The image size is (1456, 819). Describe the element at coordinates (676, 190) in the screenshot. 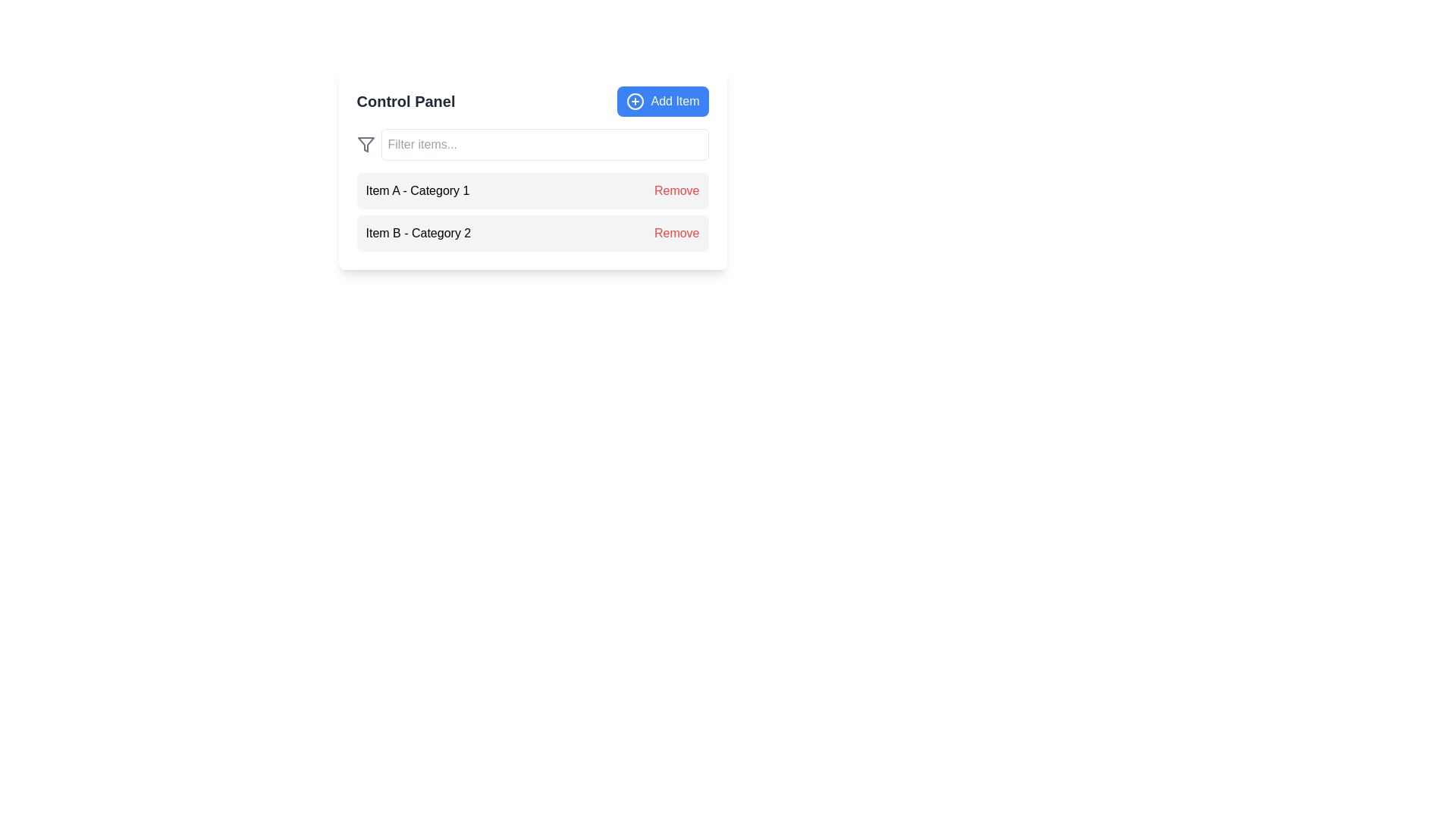

I see `the text-based button labeled 'Remove' styled in bold red font to potentially see additional styling or behavior` at that location.